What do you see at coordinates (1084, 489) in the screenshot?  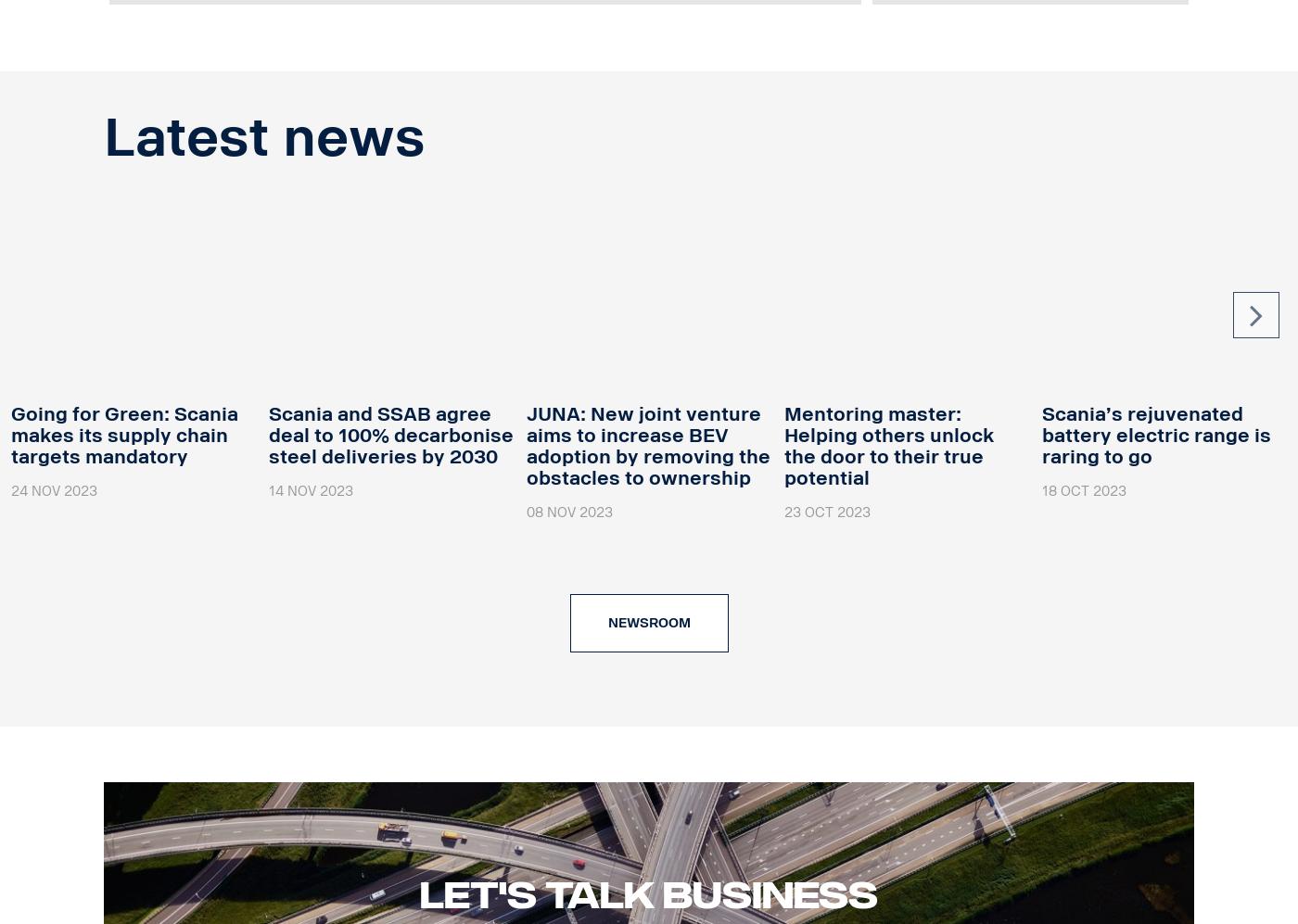 I see `'18 Oct 2023'` at bounding box center [1084, 489].